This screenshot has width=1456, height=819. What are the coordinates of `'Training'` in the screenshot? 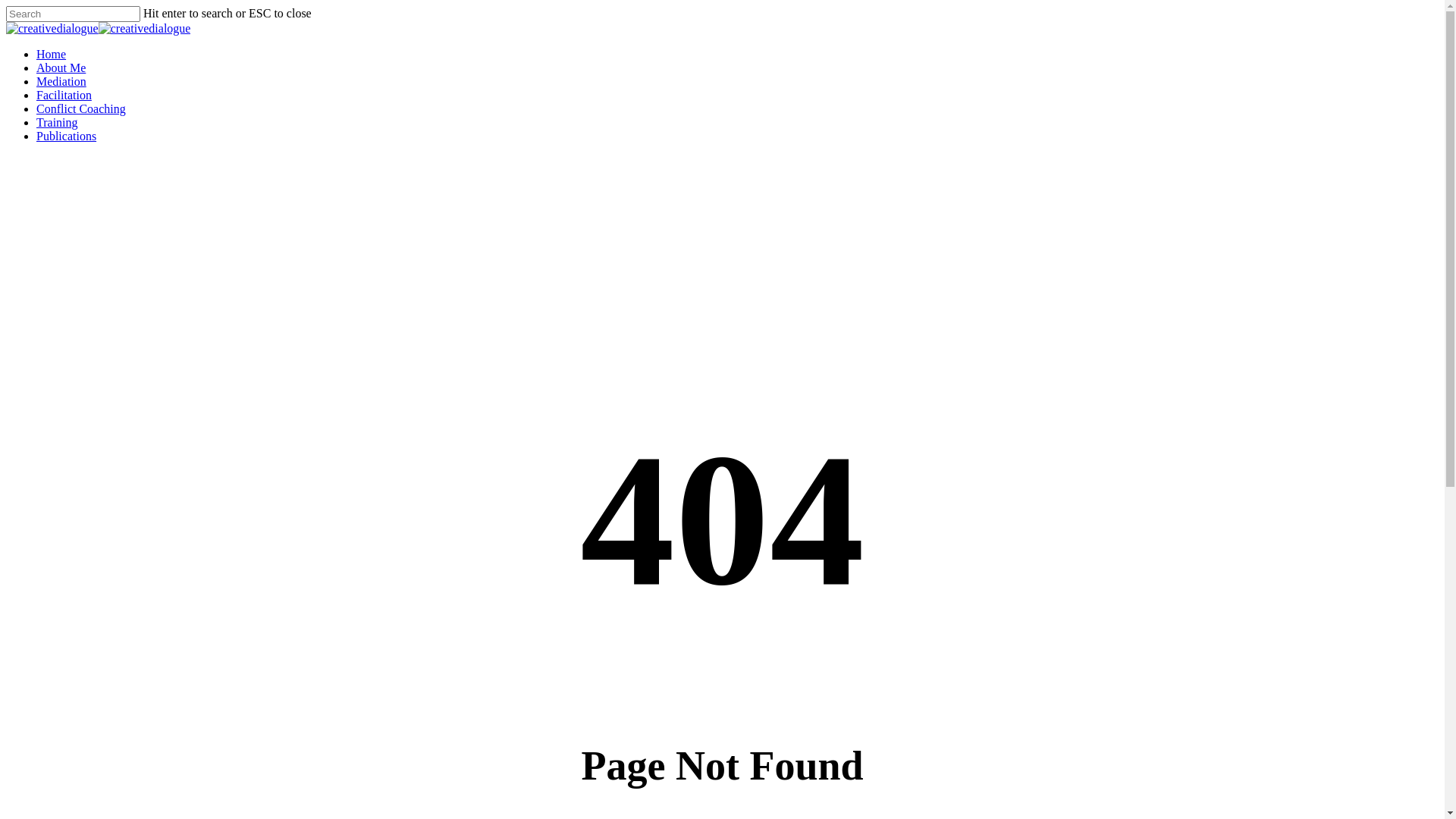 It's located at (57, 121).